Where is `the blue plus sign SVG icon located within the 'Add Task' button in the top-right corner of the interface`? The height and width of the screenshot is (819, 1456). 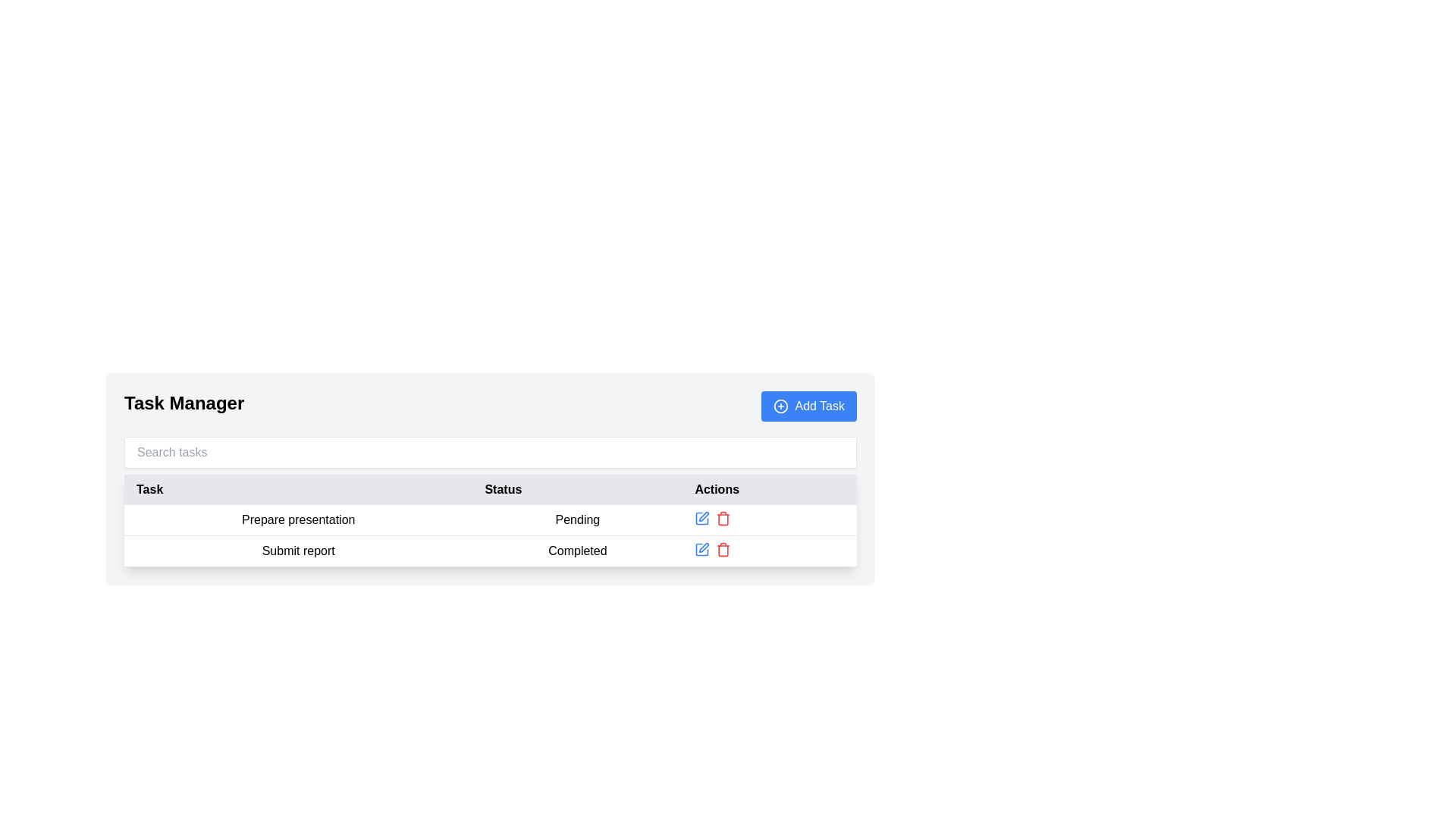 the blue plus sign SVG icon located within the 'Add Task' button in the top-right corner of the interface is located at coordinates (781, 406).